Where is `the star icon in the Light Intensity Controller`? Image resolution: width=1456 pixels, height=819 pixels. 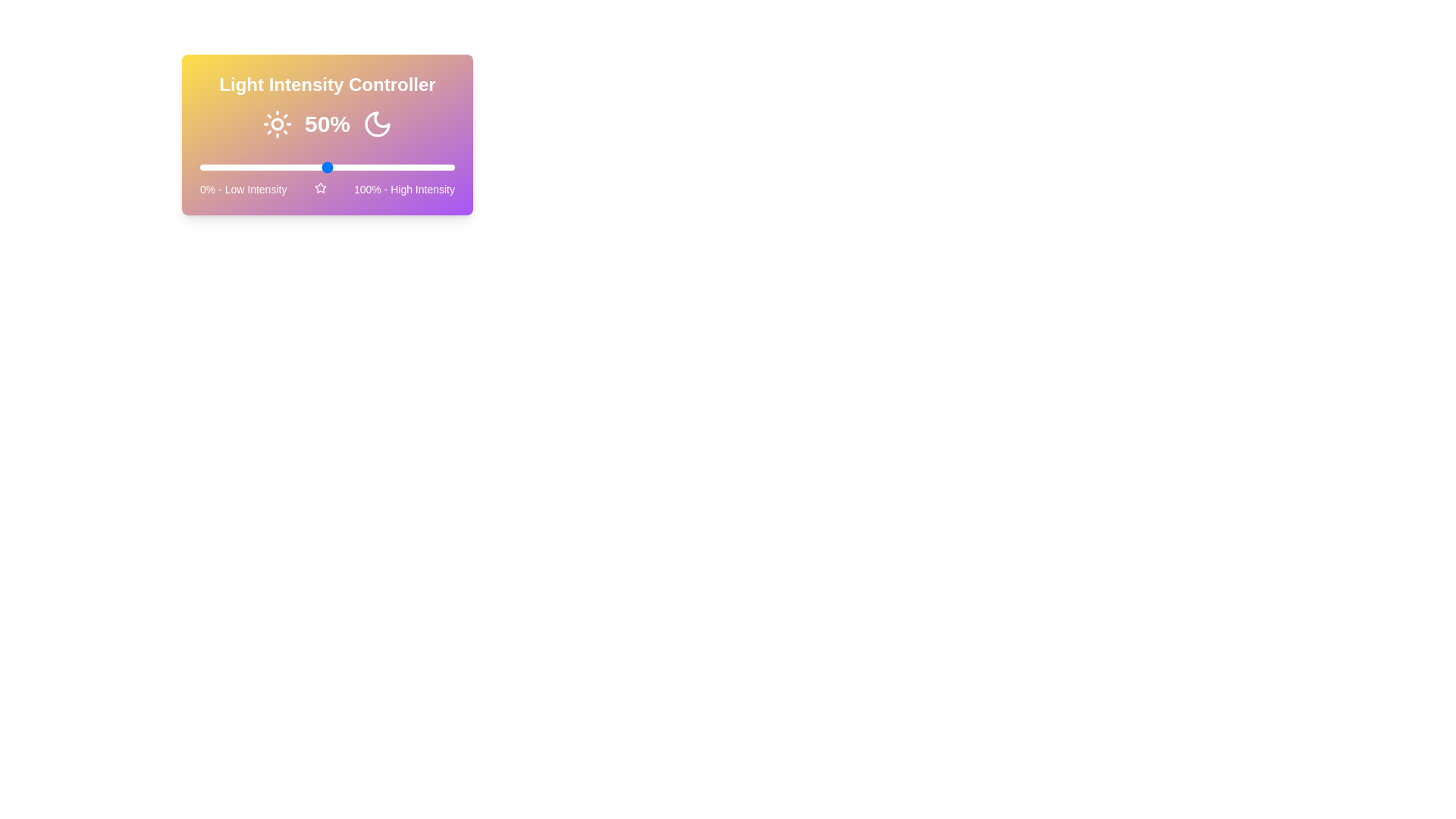
the star icon in the Light Intensity Controller is located at coordinates (319, 187).